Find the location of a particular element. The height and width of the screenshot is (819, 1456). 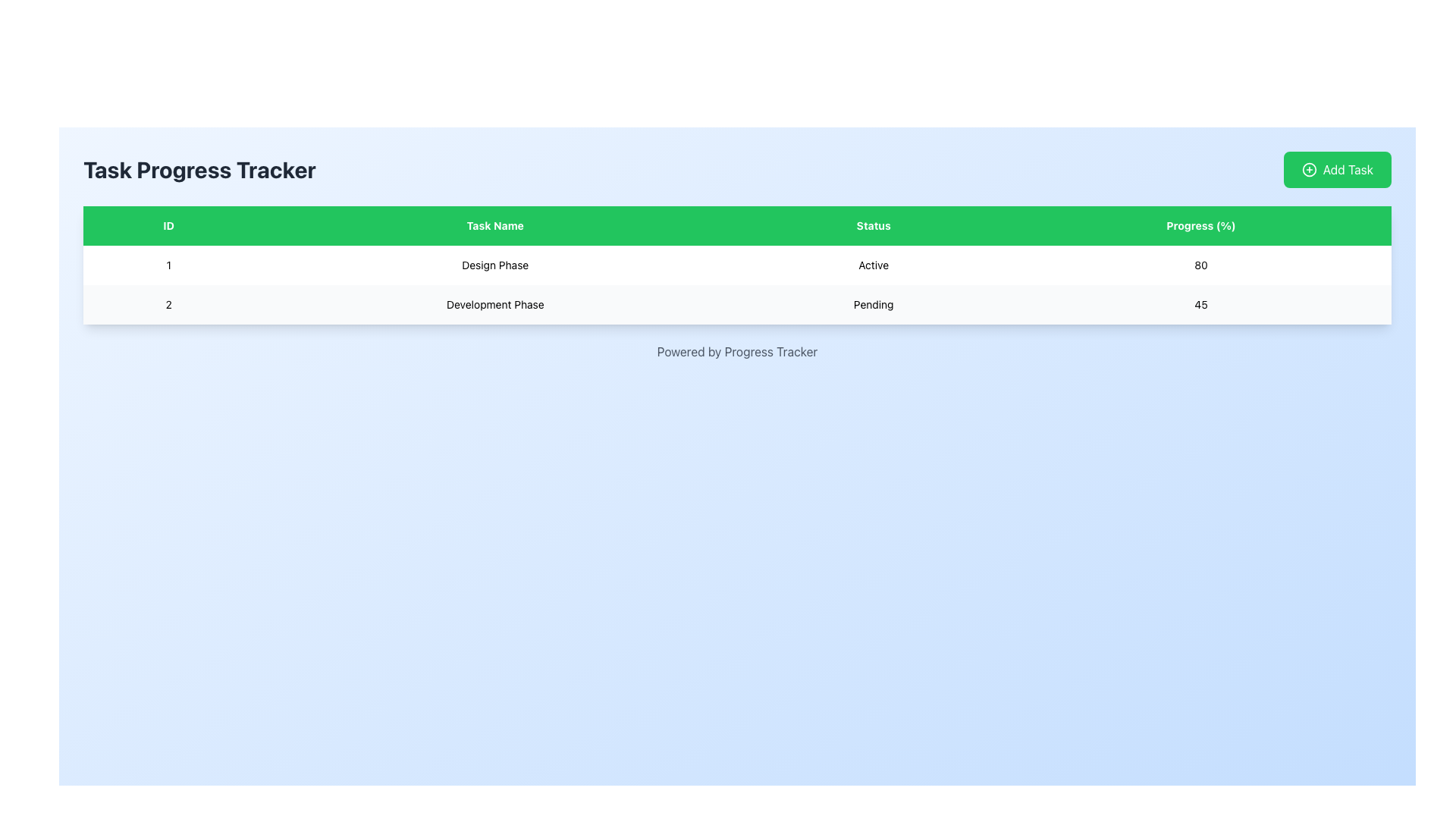

text content of the fourth table column header, which is aligned to the rightmost part of the header row and follows headers for 'ID', 'Task Name', and 'Status' is located at coordinates (1200, 225).